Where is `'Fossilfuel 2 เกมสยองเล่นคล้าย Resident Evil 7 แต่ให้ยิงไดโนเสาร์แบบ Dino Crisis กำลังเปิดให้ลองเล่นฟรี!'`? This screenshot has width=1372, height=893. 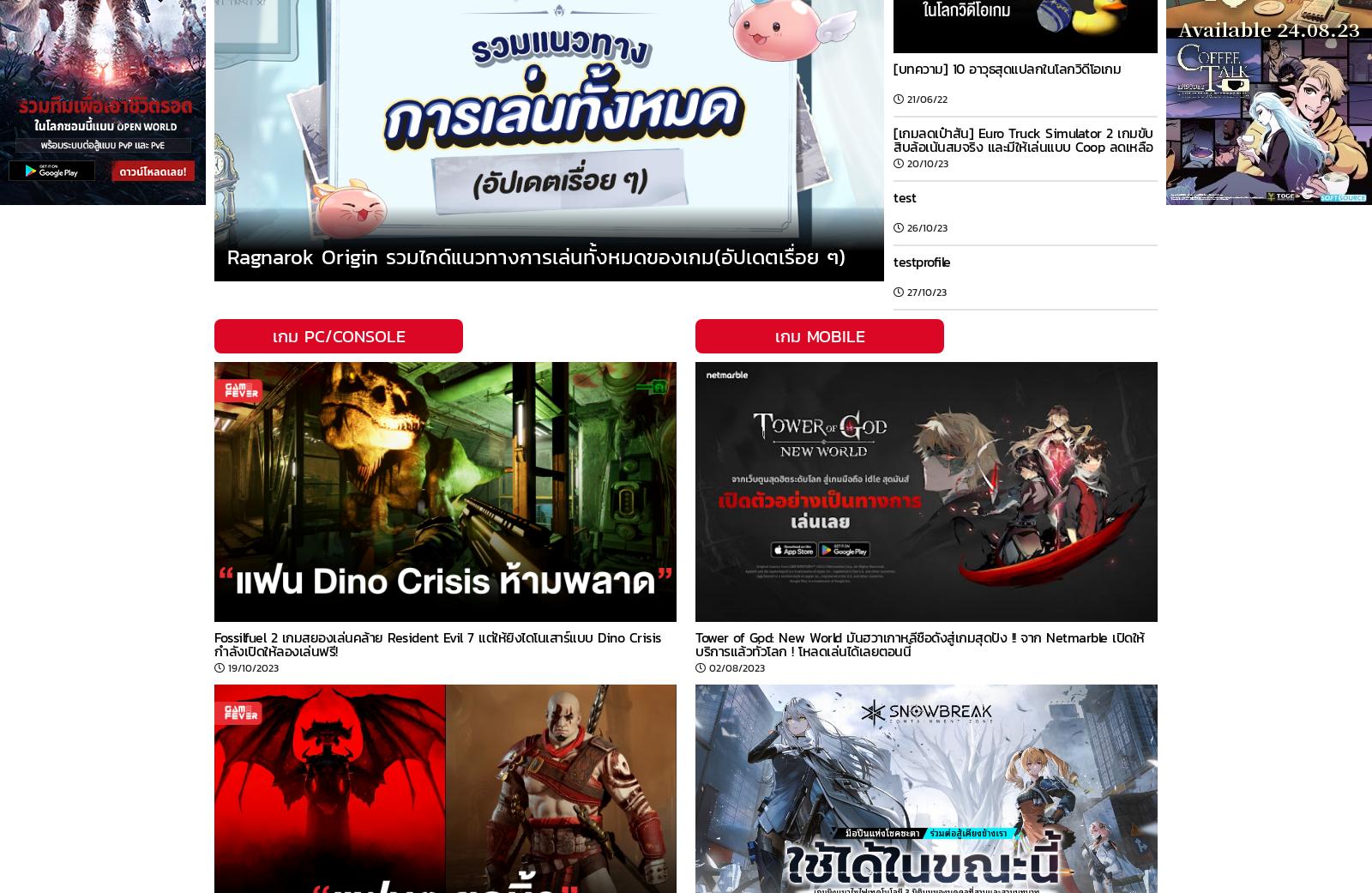
'Fossilfuel 2 เกมสยองเล่นคล้าย Resident Evil 7 แต่ให้ยิงไดโนเสาร์แบบ Dino Crisis กำลังเปิดให้ลองเล่นฟรี!' is located at coordinates (214, 643).